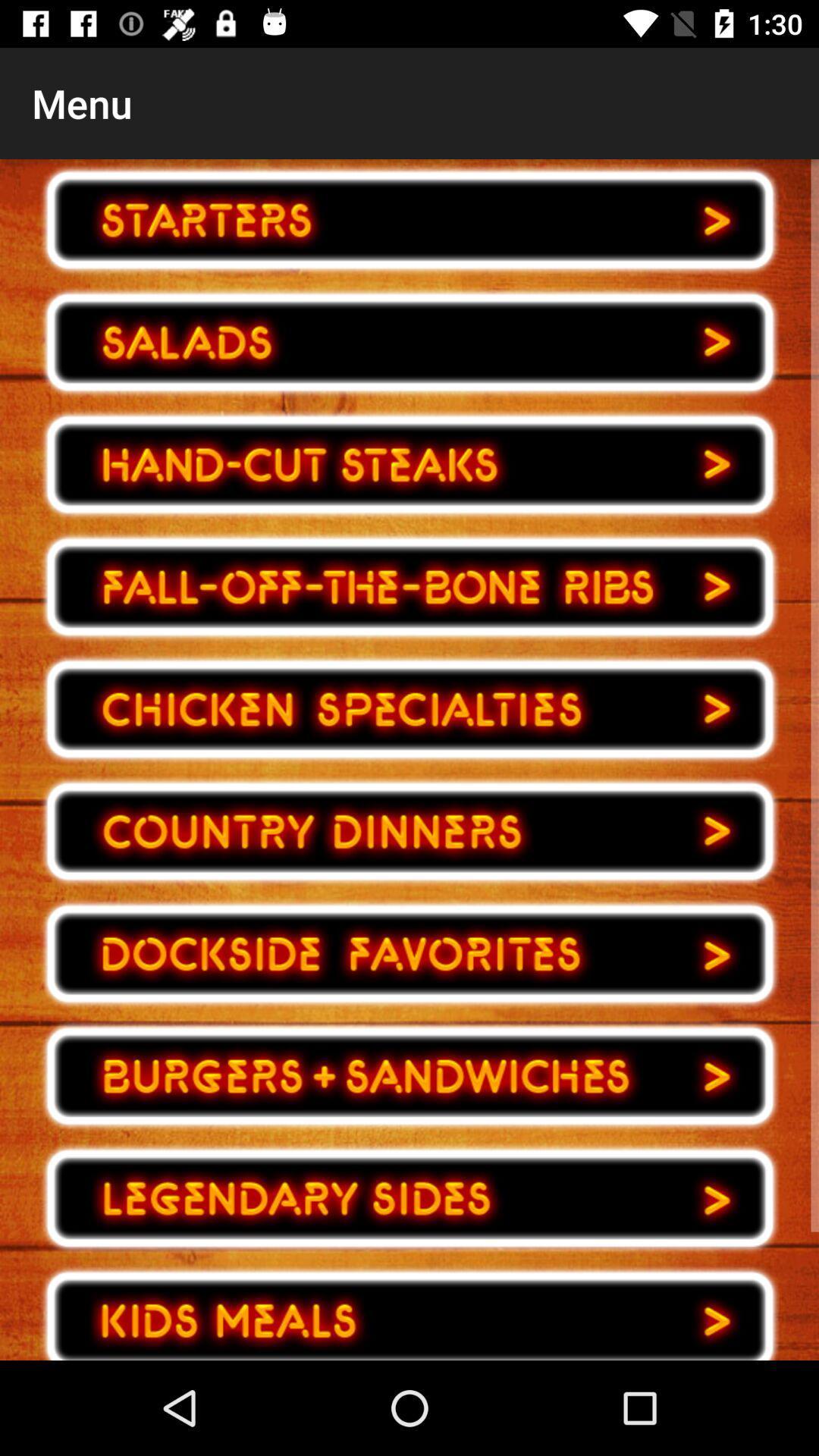  I want to click on choose food, so click(409, 464).